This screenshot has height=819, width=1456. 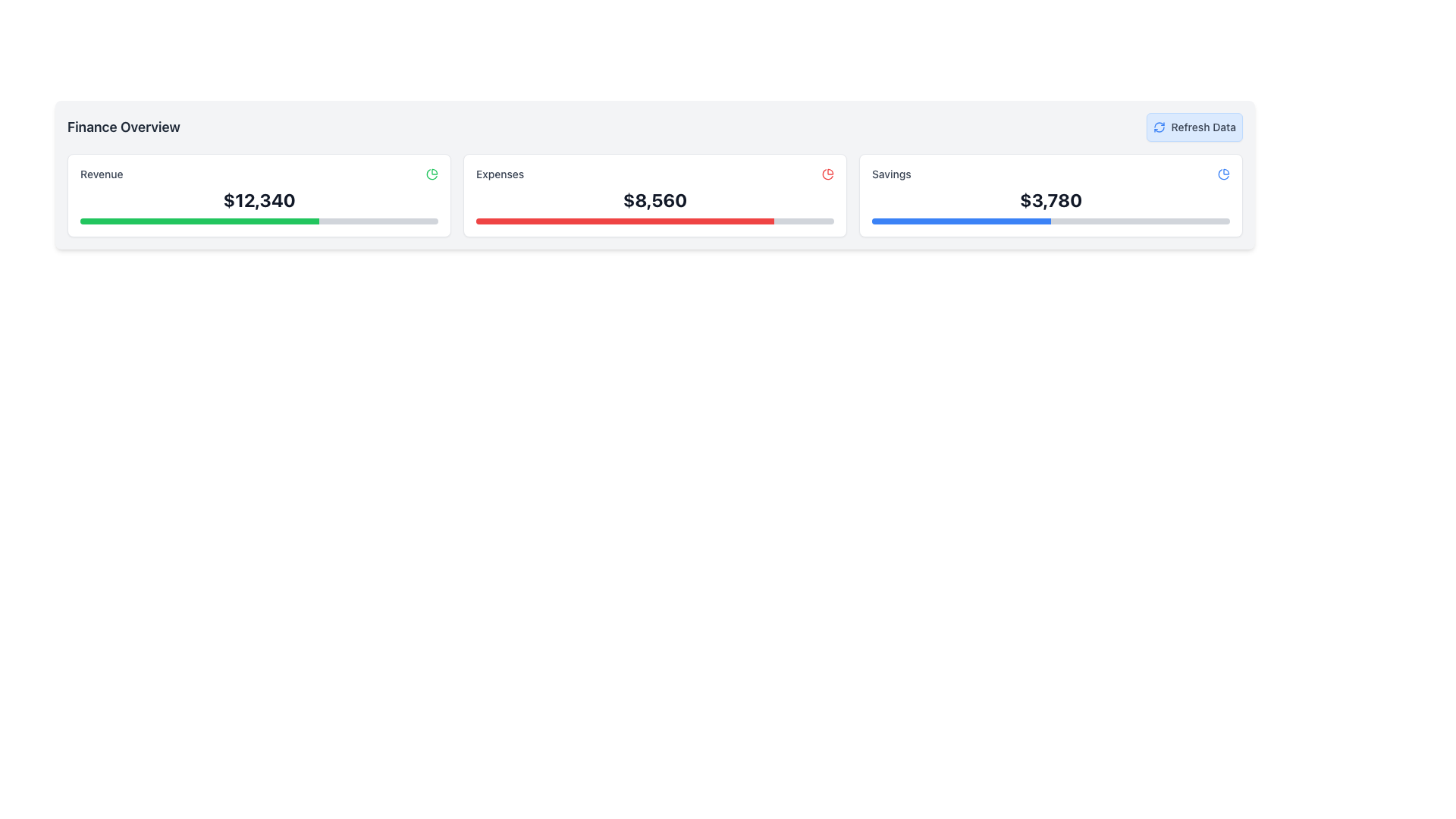 What do you see at coordinates (259, 221) in the screenshot?
I see `the progress represented by the progress bar located within the 'Revenue' card, positioned below the main numeric display text` at bounding box center [259, 221].